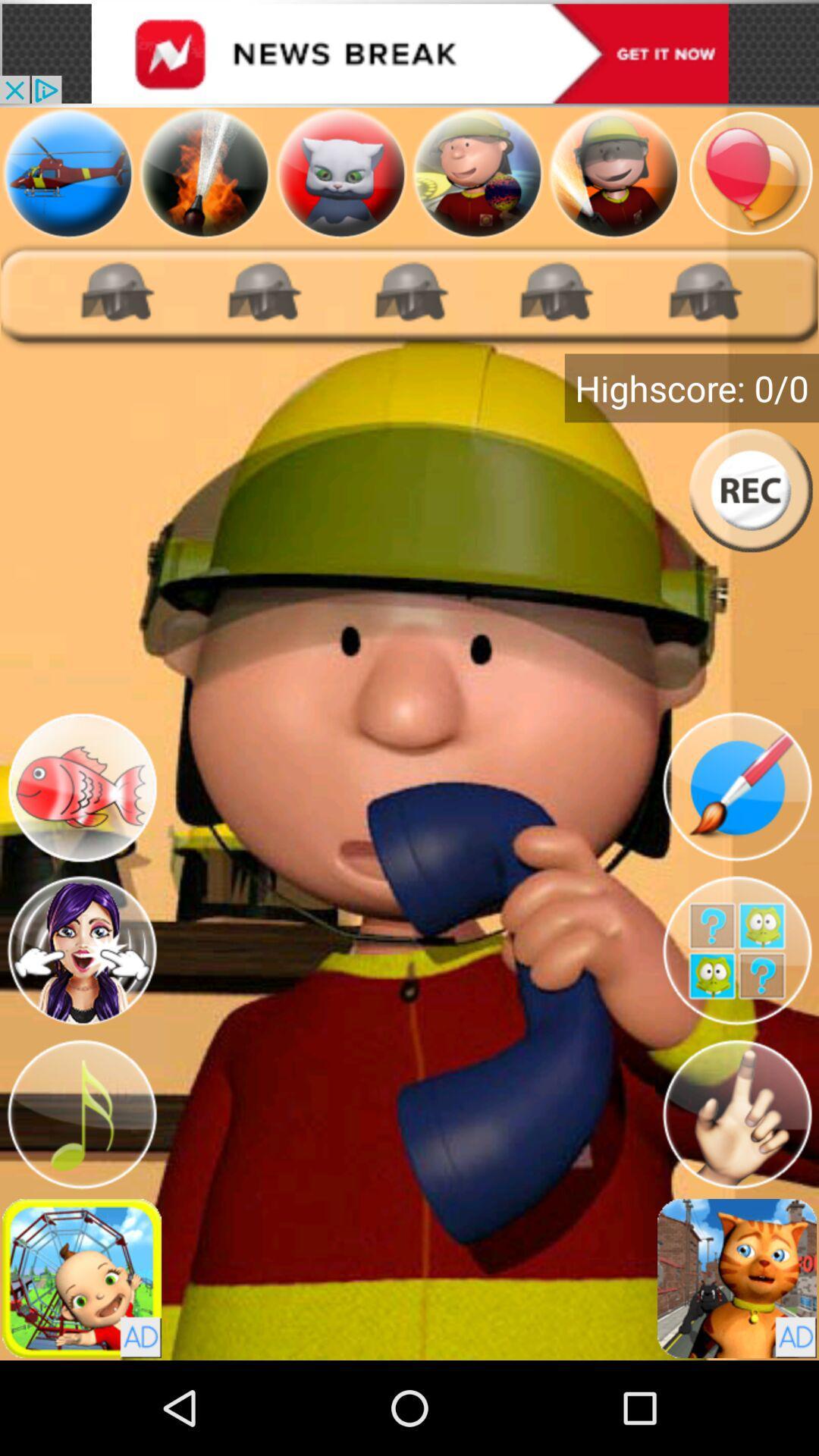 The height and width of the screenshot is (1456, 819). Describe the element at coordinates (736, 841) in the screenshot. I see `the edit icon` at that location.